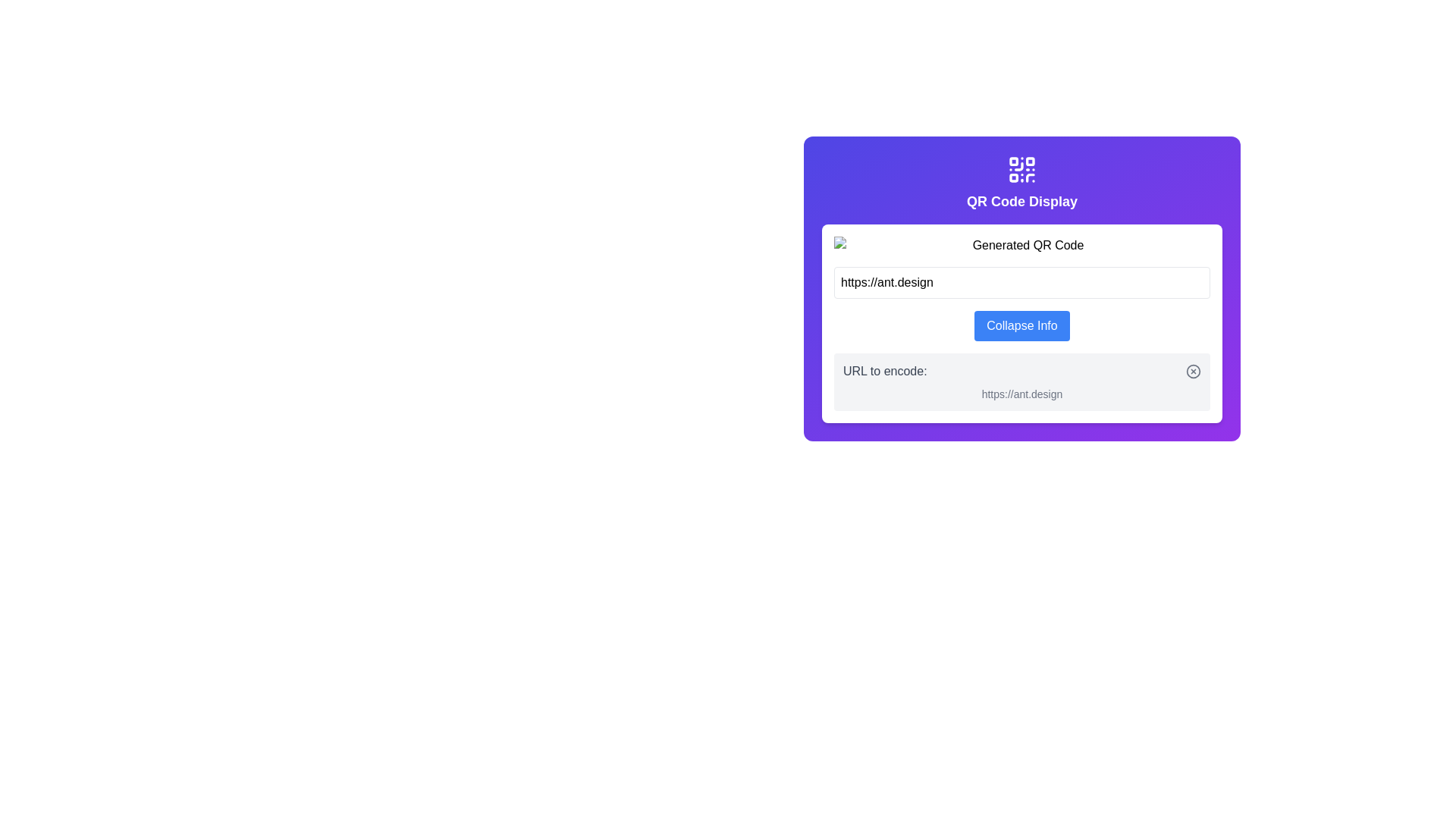 The width and height of the screenshot is (1456, 819). What do you see at coordinates (1022, 325) in the screenshot?
I see `the 'Collapse Info' button` at bounding box center [1022, 325].